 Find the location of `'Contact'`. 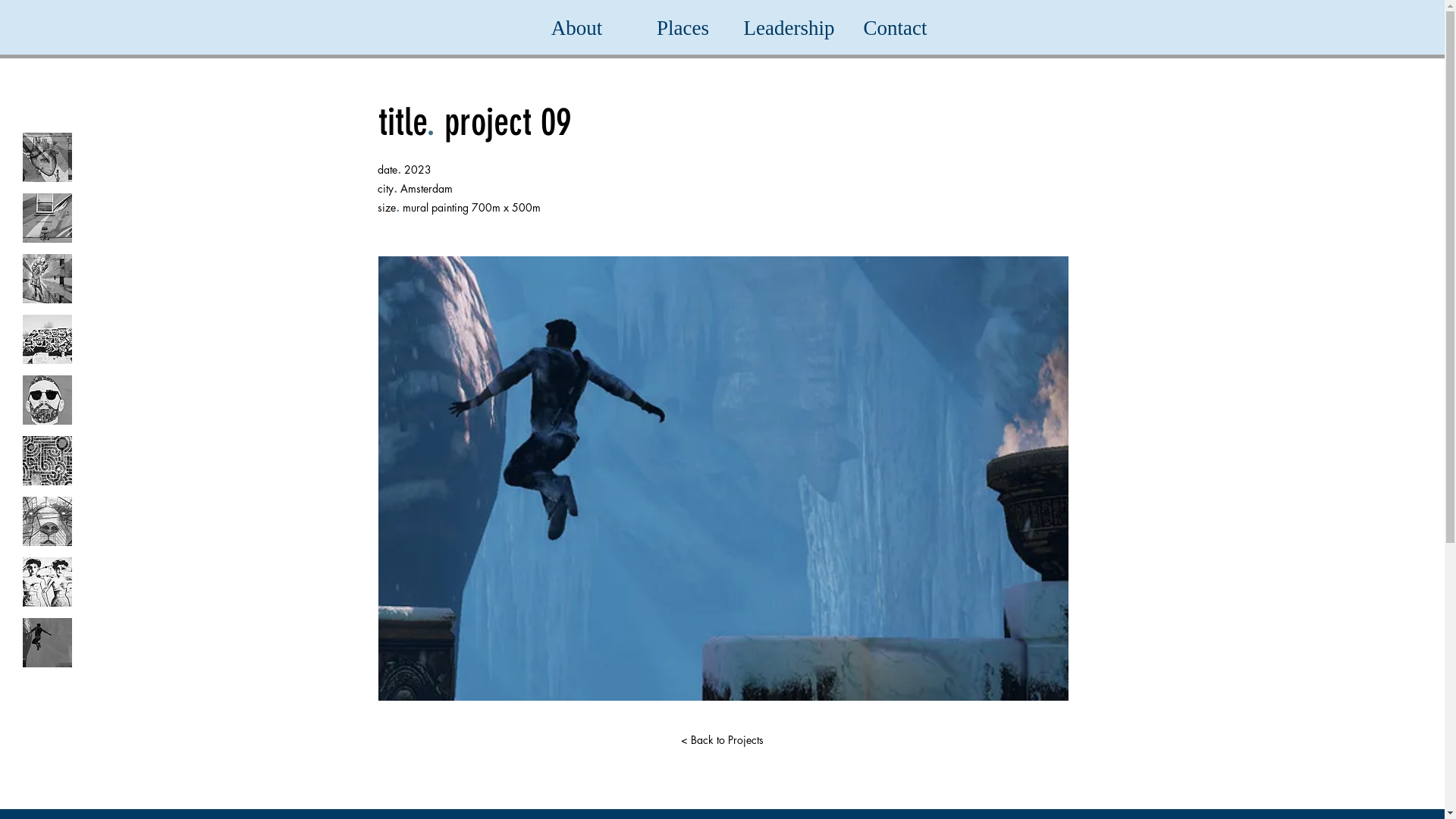

'Contact' is located at coordinates (895, 28).